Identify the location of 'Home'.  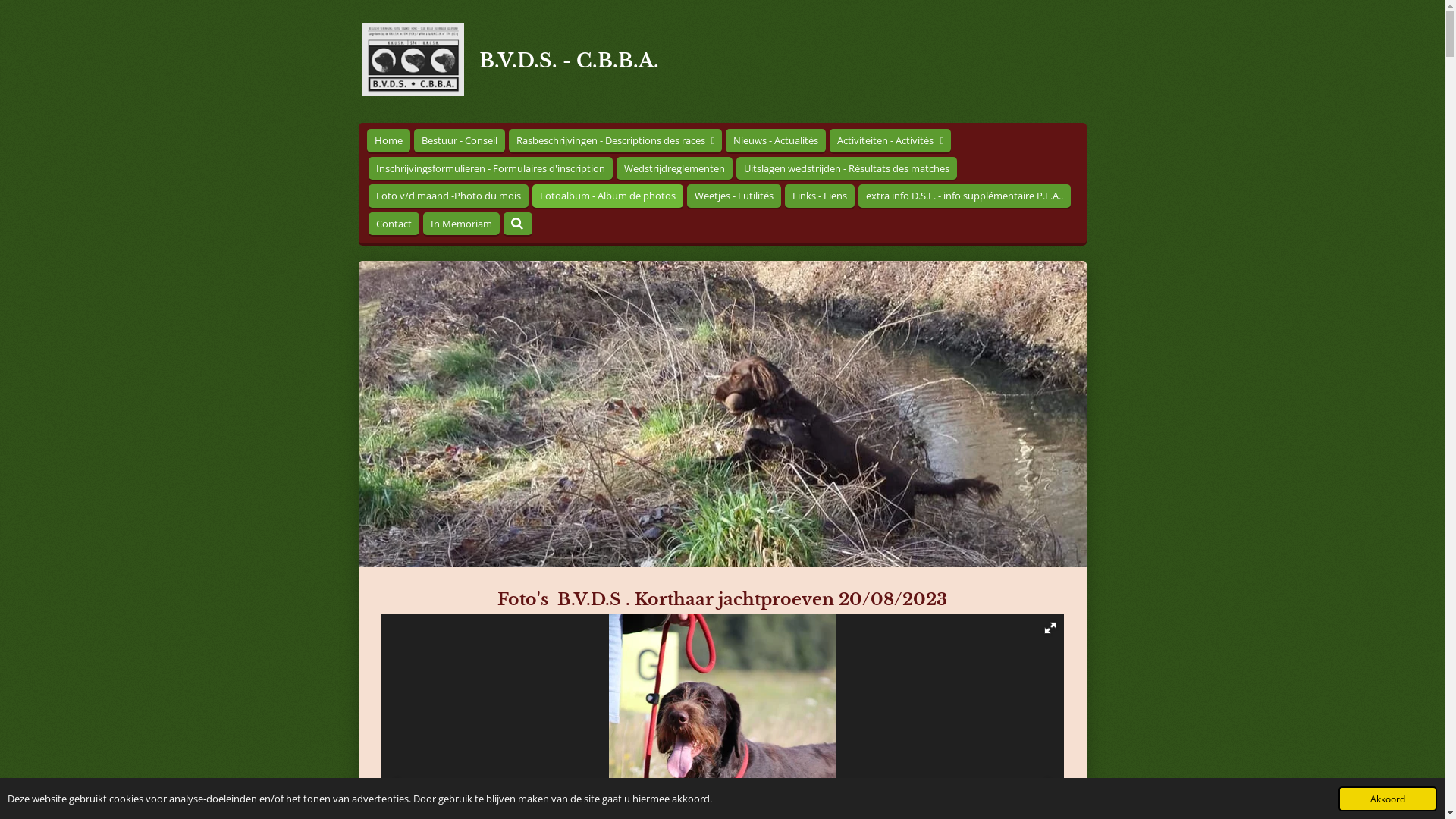
(388, 140).